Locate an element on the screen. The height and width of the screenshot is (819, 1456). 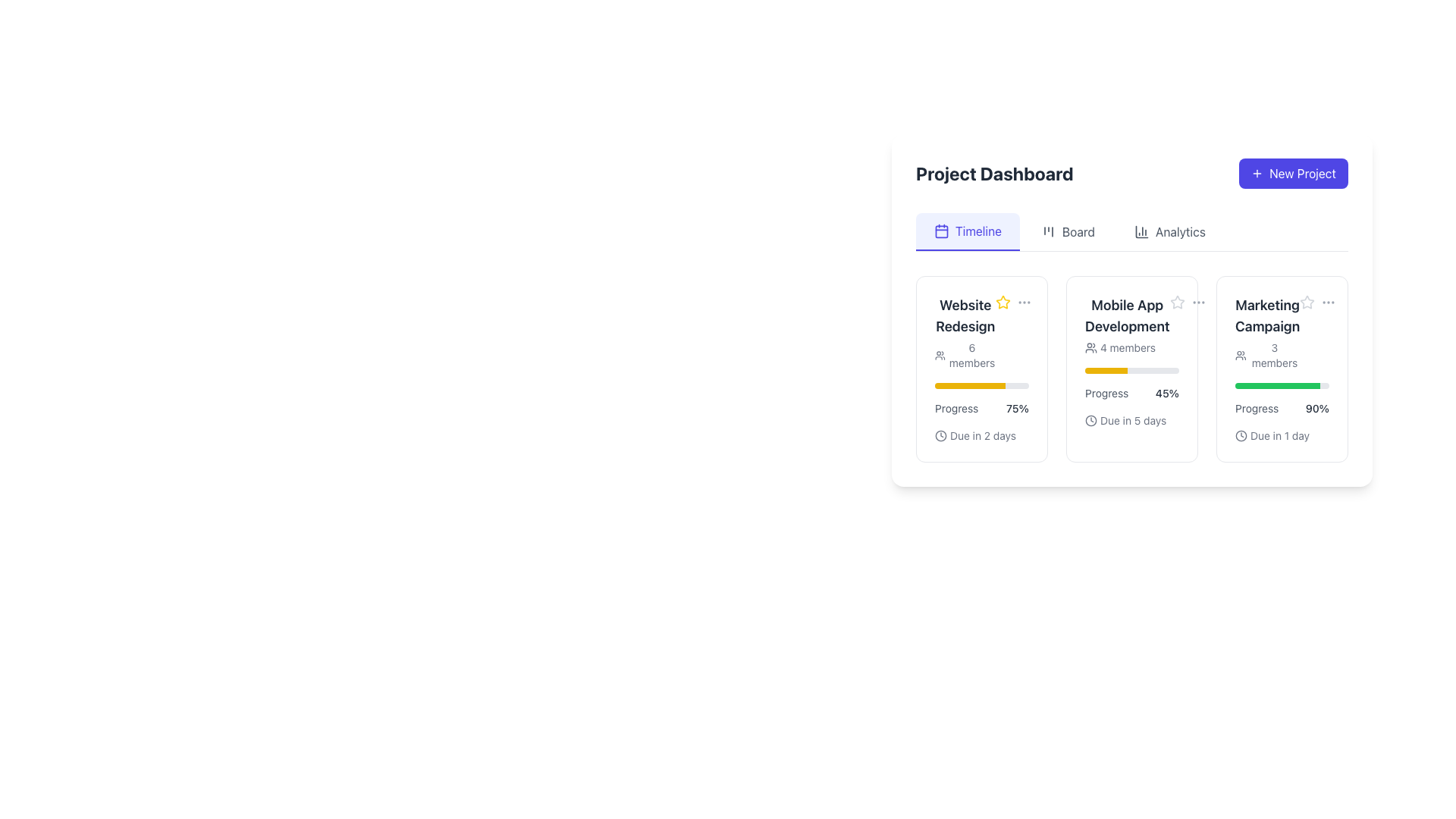
the SVG icon representing a group of users located to the left of the text '6 members' in the 'Website Redesign' card is located at coordinates (939, 356).